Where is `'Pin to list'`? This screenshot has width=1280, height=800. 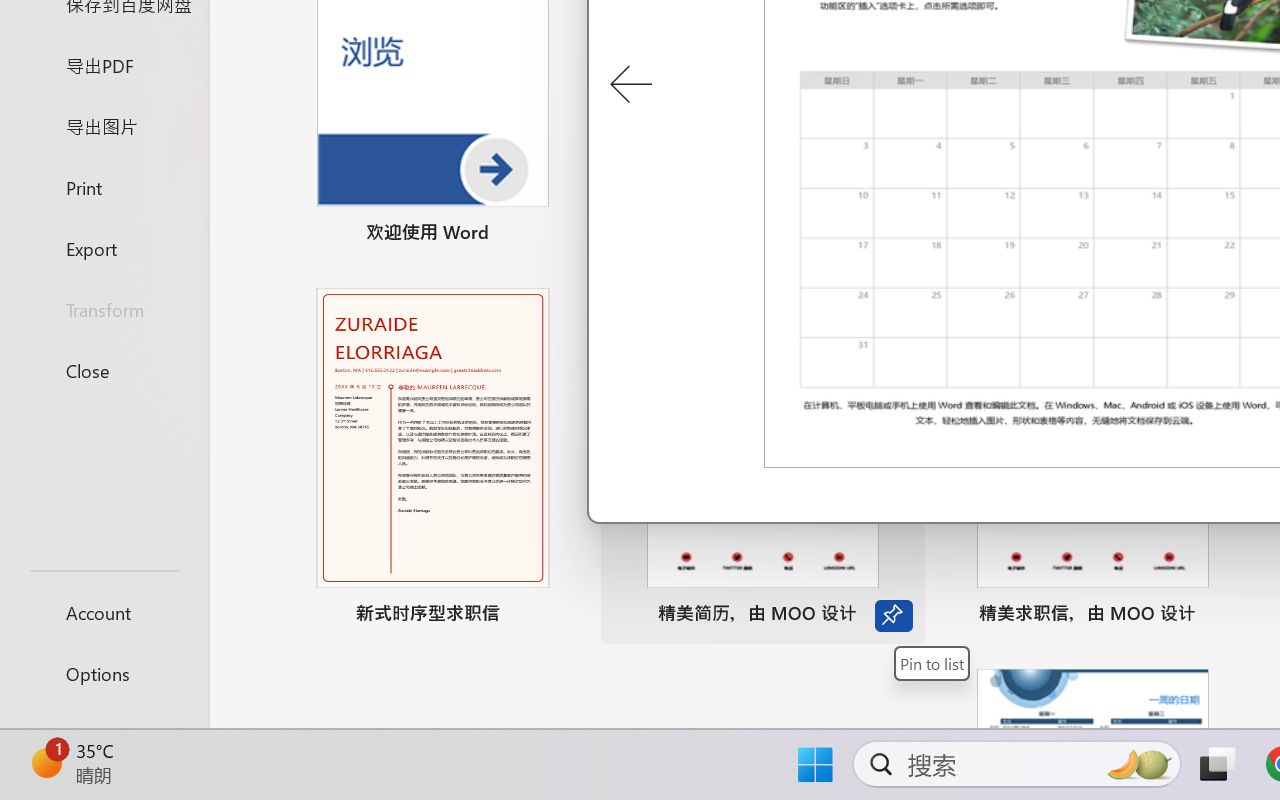 'Pin to list' is located at coordinates (930, 662).